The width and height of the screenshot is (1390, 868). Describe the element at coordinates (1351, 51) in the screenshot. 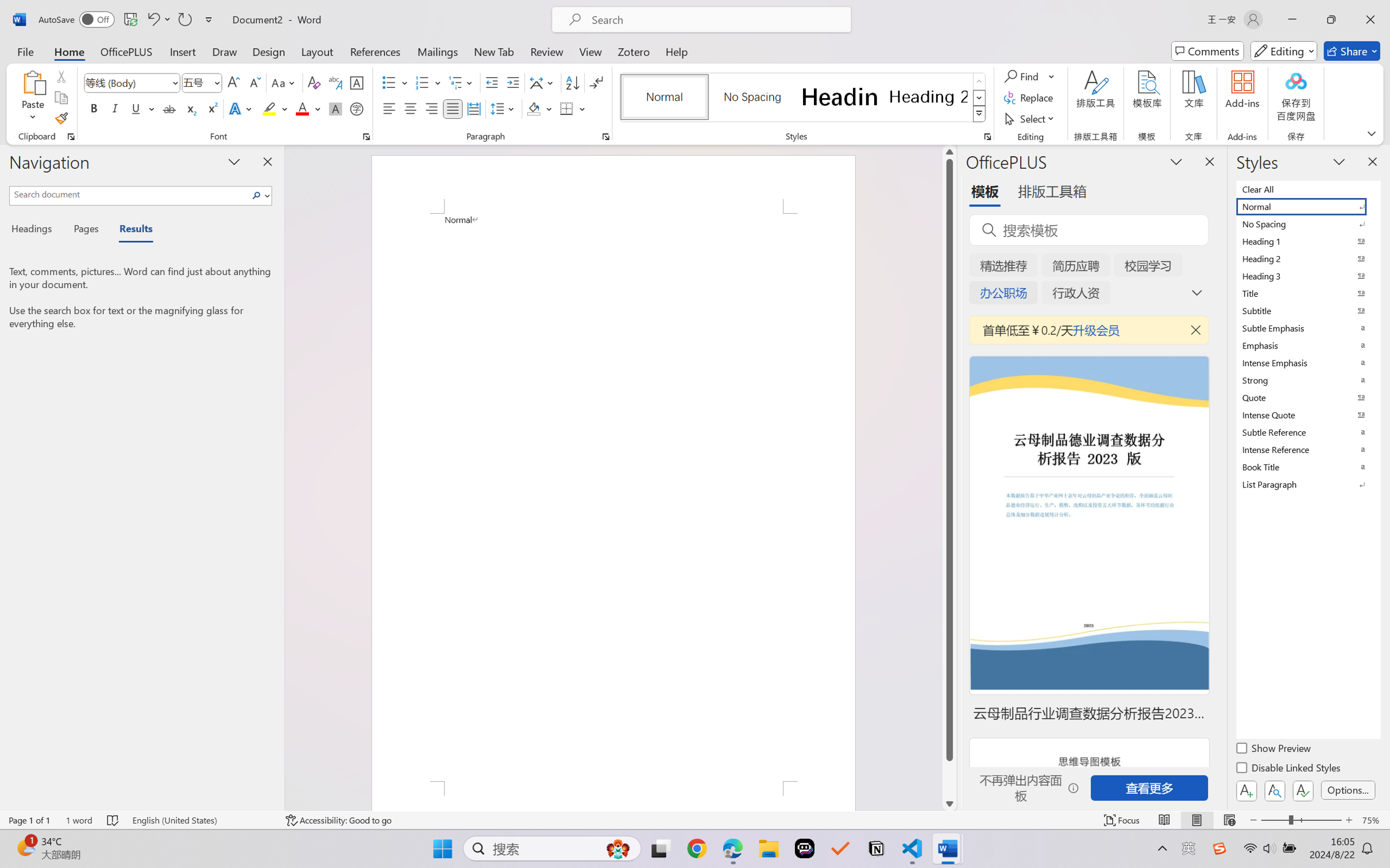

I see `'Share'` at that location.